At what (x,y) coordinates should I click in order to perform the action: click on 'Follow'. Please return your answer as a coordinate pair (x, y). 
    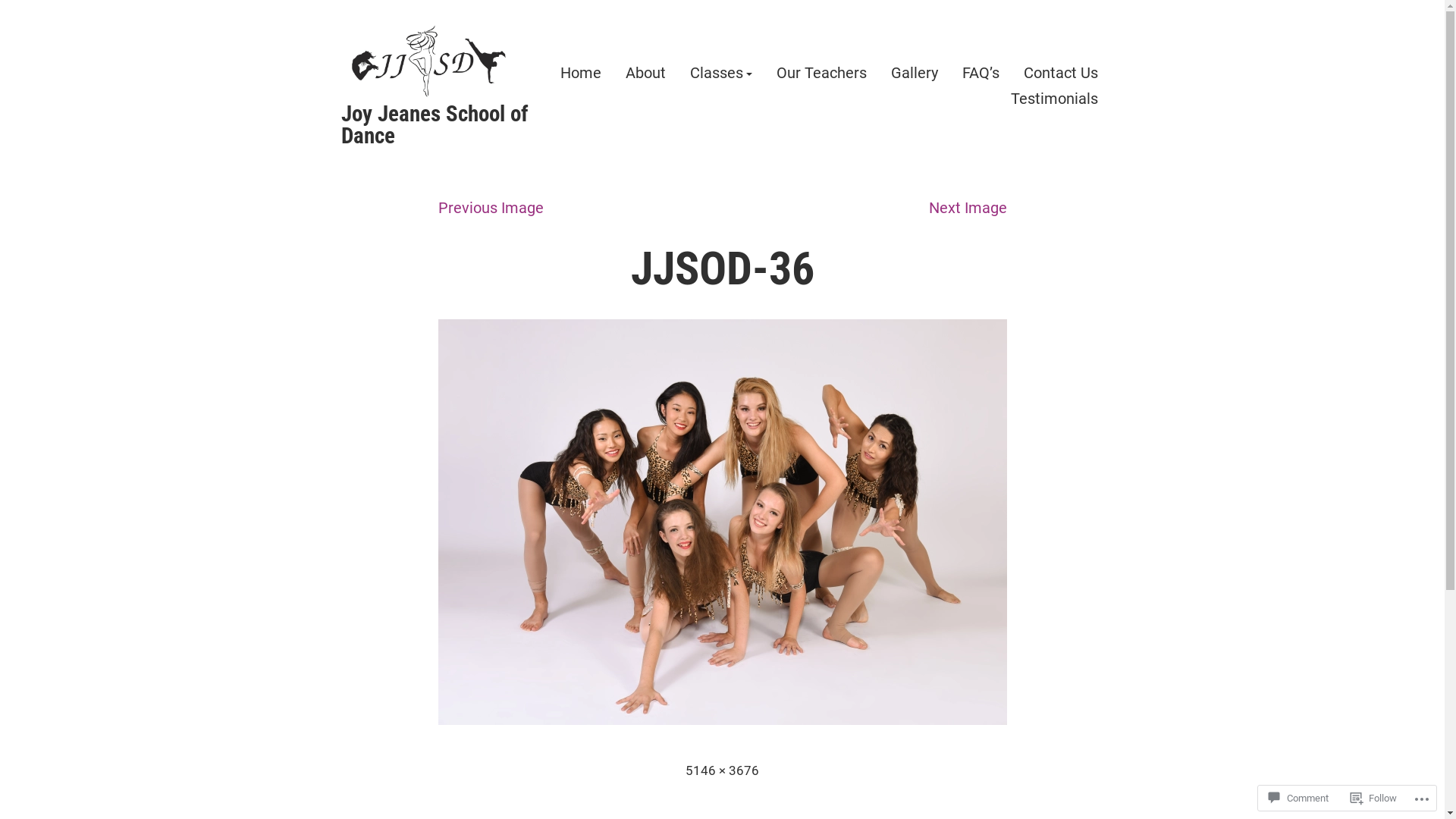
    Looking at the image, I should click on (1373, 797).